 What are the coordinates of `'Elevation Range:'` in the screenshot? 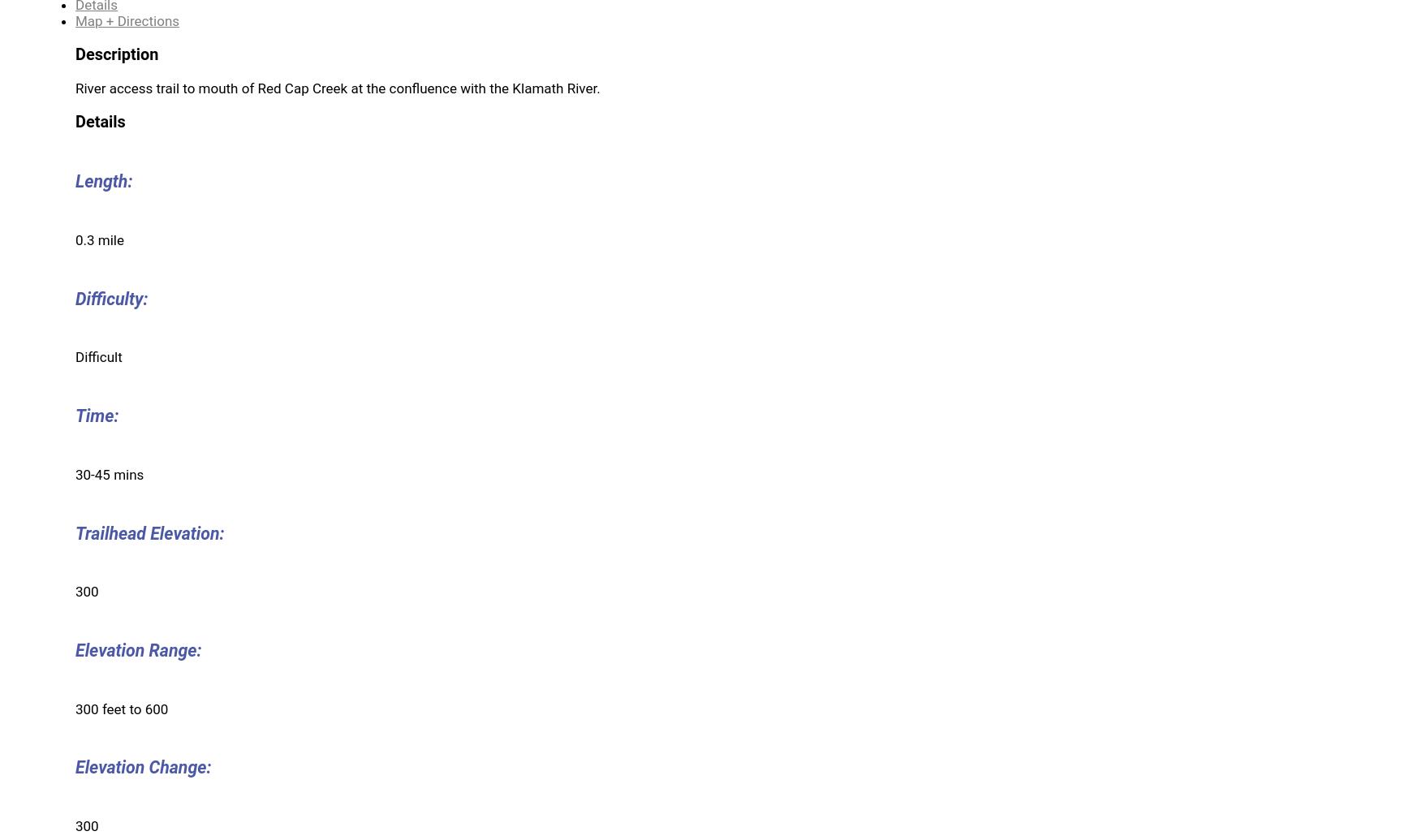 It's located at (137, 648).